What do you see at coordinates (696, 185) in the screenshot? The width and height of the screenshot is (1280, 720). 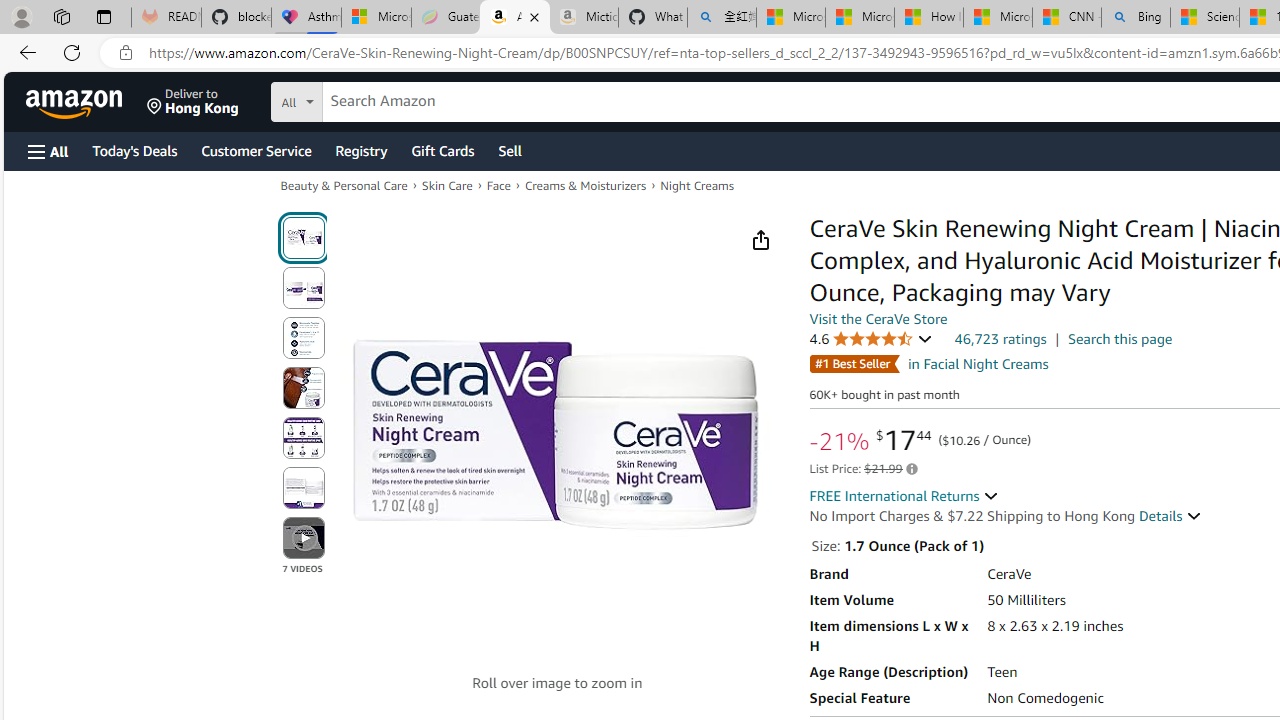 I see `'Night Creams'` at bounding box center [696, 185].